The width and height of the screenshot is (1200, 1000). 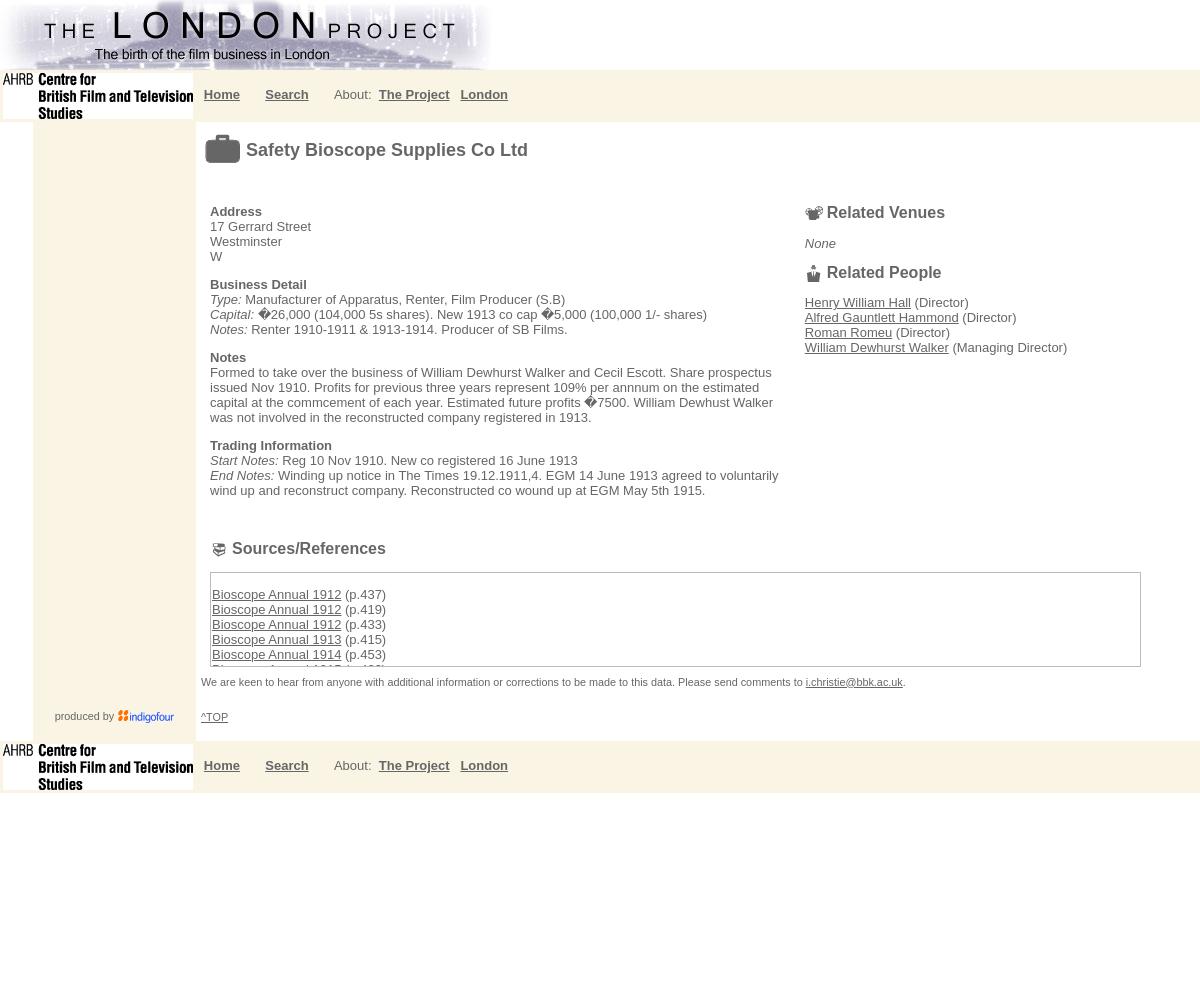 What do you see at coordinates (824, 211) in the screenshot?
I see `'Related Venues'` at bounding box center [824, 211].